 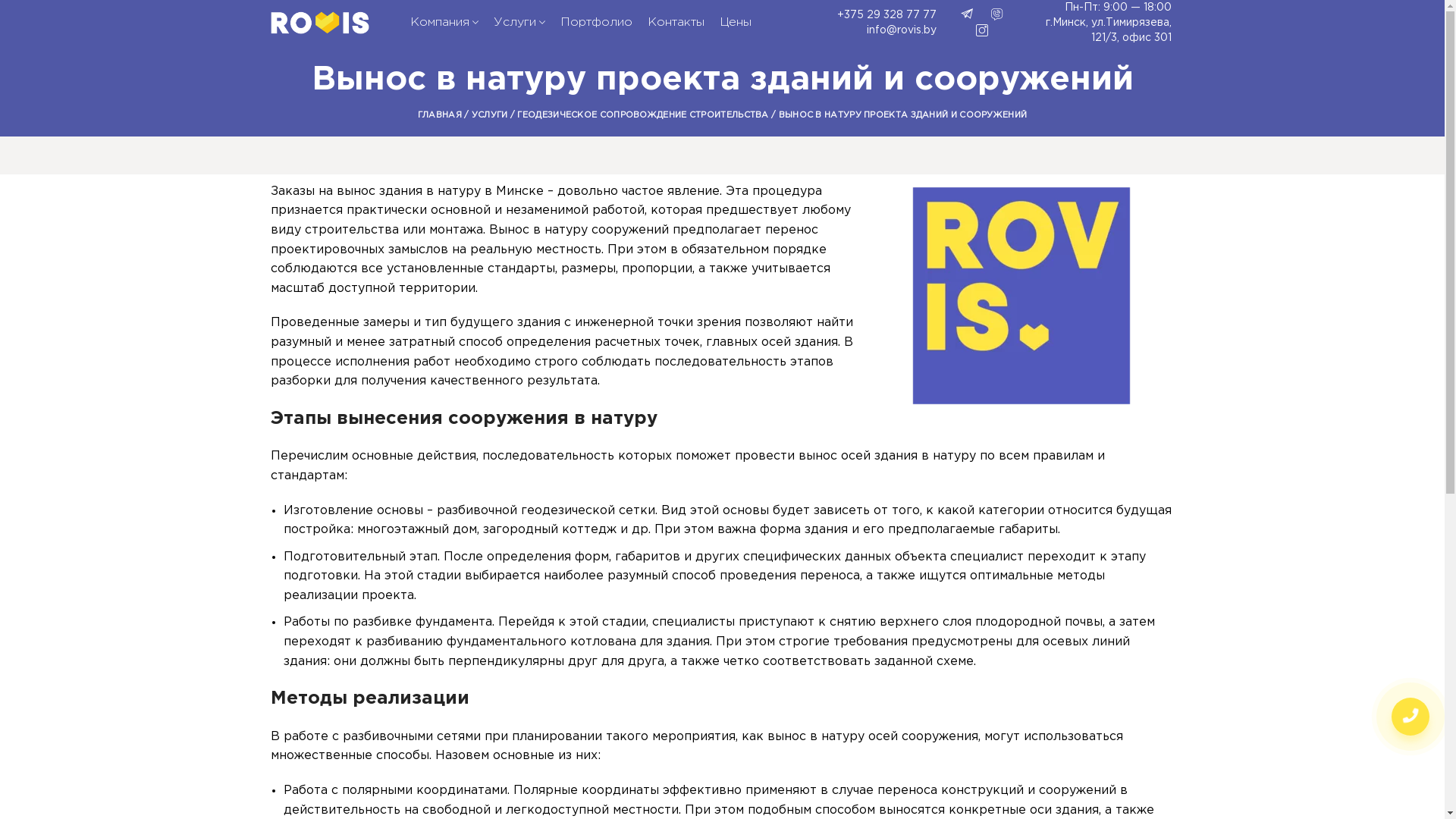 I want to click on 'telegram', so click(x=960, y=14).